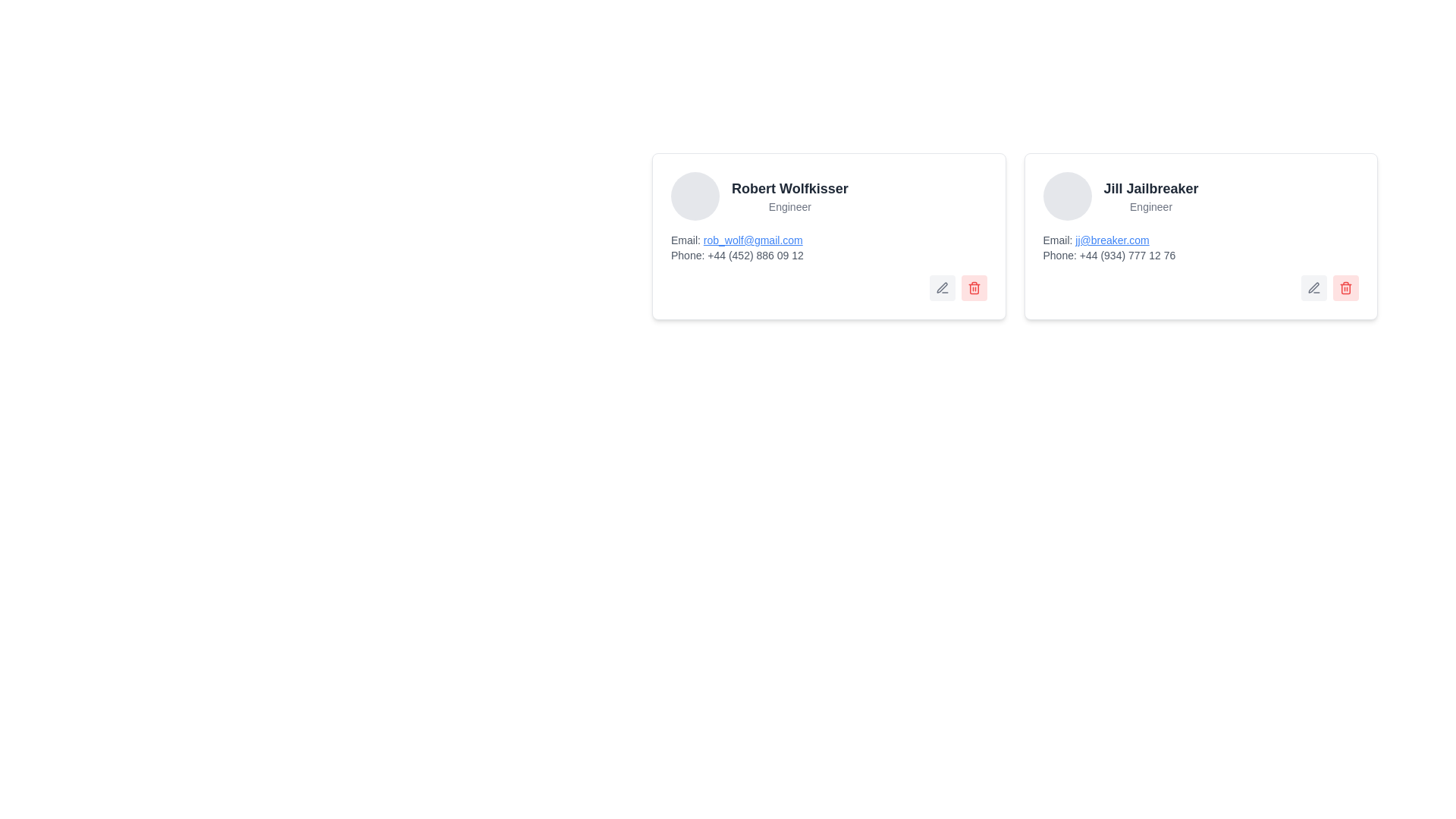  Describe the element at coordinates (974, 288) in the screenshot. I see `the delete button with a trash can icon located in the bottom-right corner of Robert Wolfkisser's profile card to trigger a hover effect` at that location.